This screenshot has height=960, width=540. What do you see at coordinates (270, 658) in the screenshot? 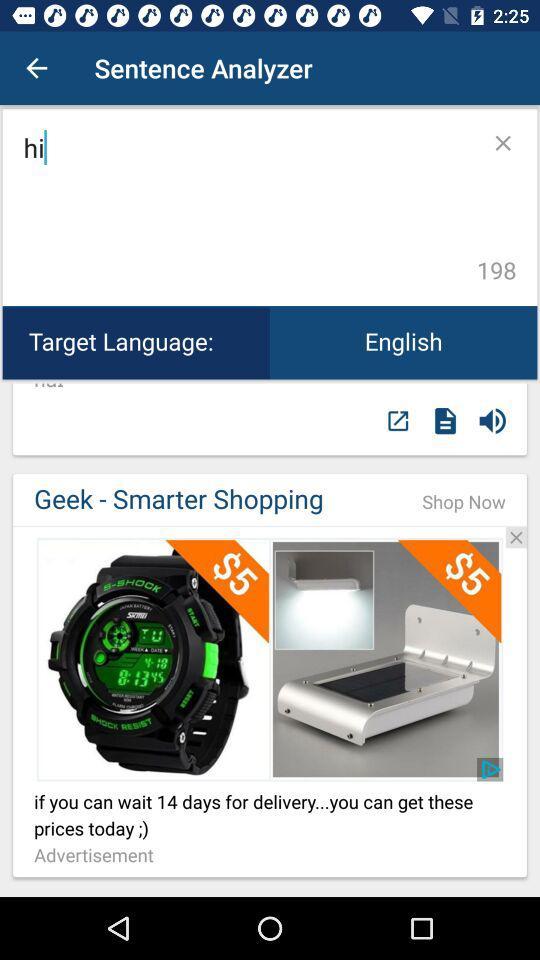
I see `advertisement website` at bounding box center [270, 658].